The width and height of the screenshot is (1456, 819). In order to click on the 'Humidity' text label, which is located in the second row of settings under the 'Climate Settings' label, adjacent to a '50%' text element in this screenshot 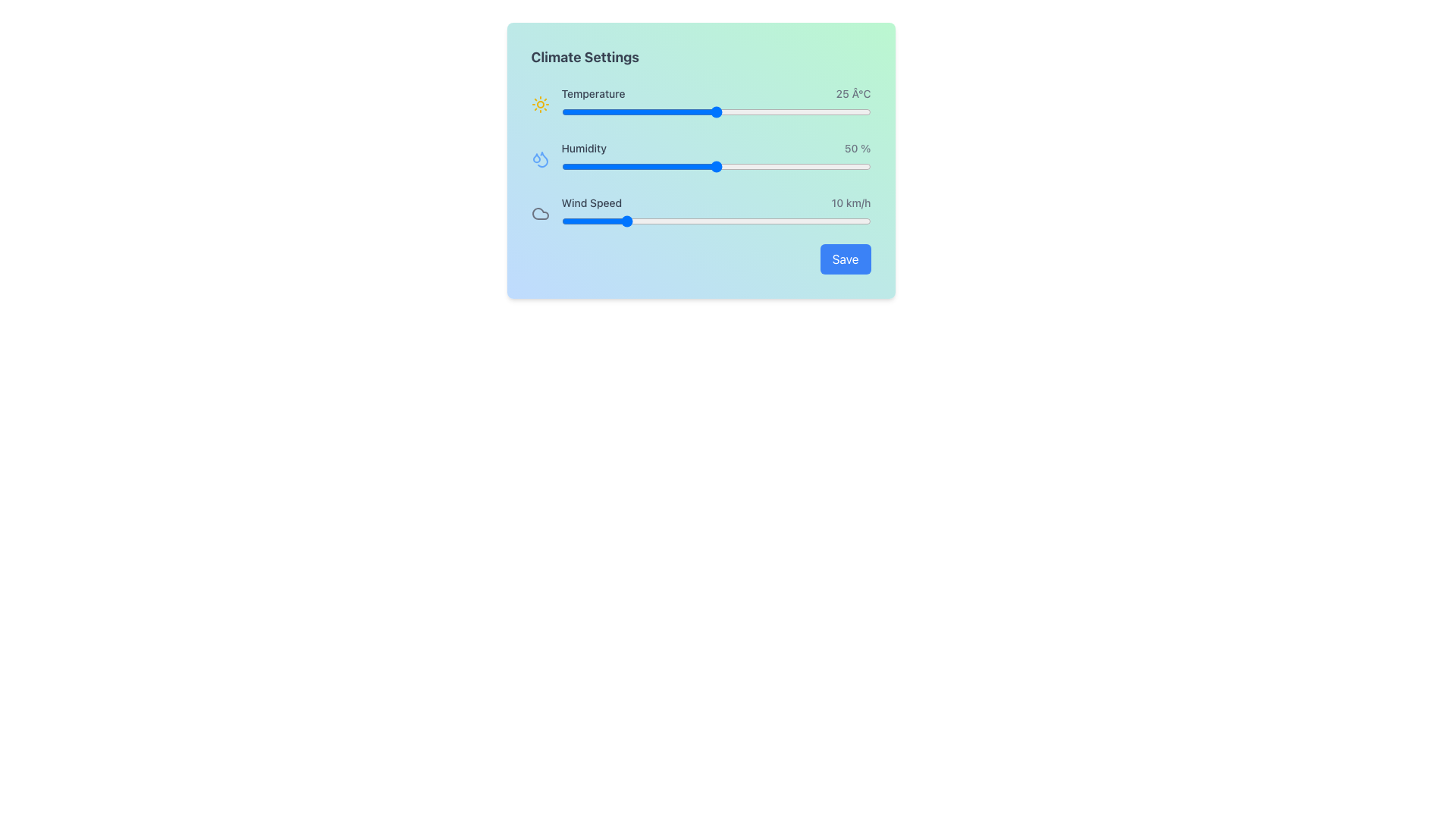, I will do `click(583, 149)`.